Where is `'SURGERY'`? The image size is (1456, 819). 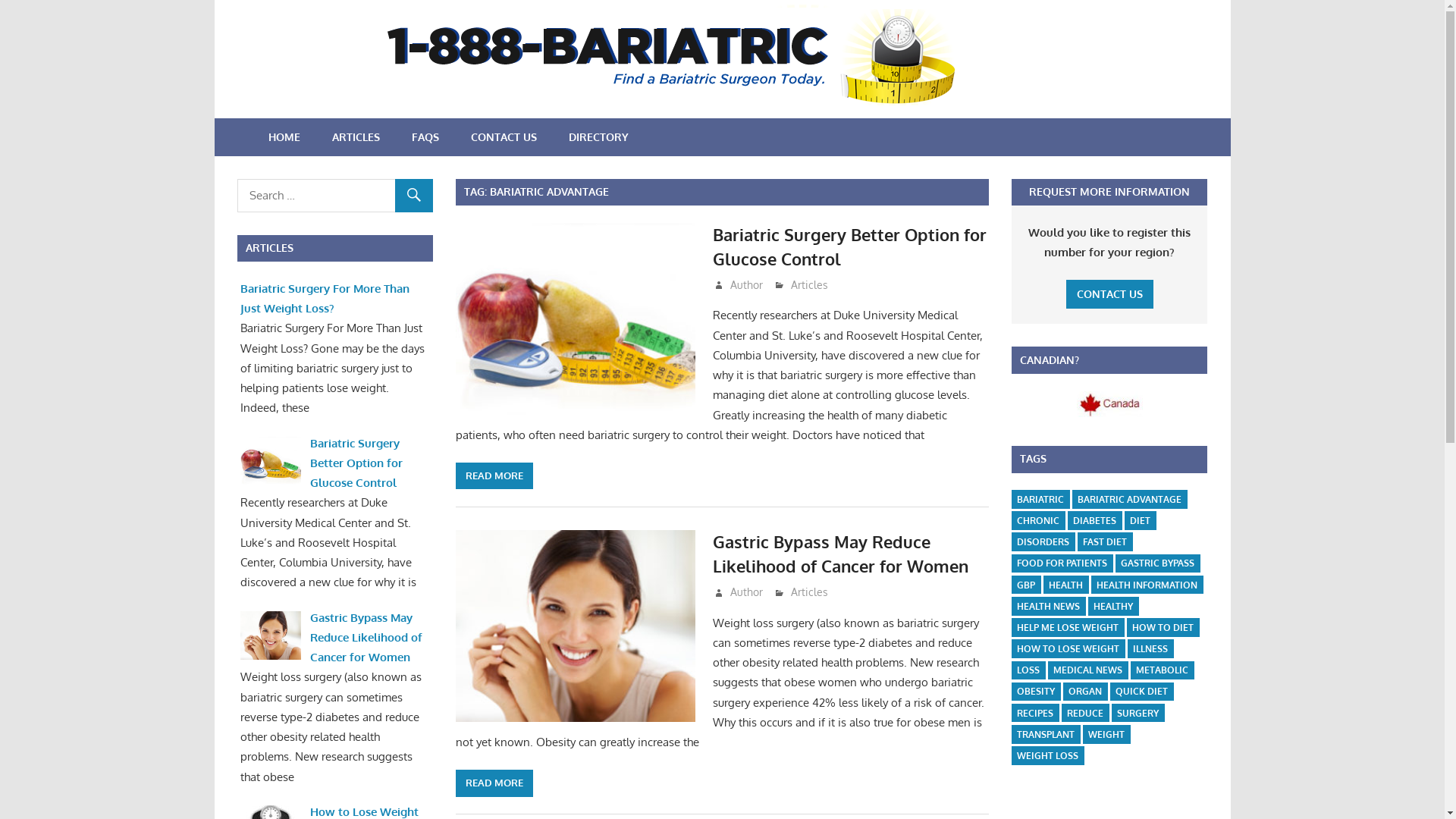 'SURGERY' is located at coordinates (1137, 713).